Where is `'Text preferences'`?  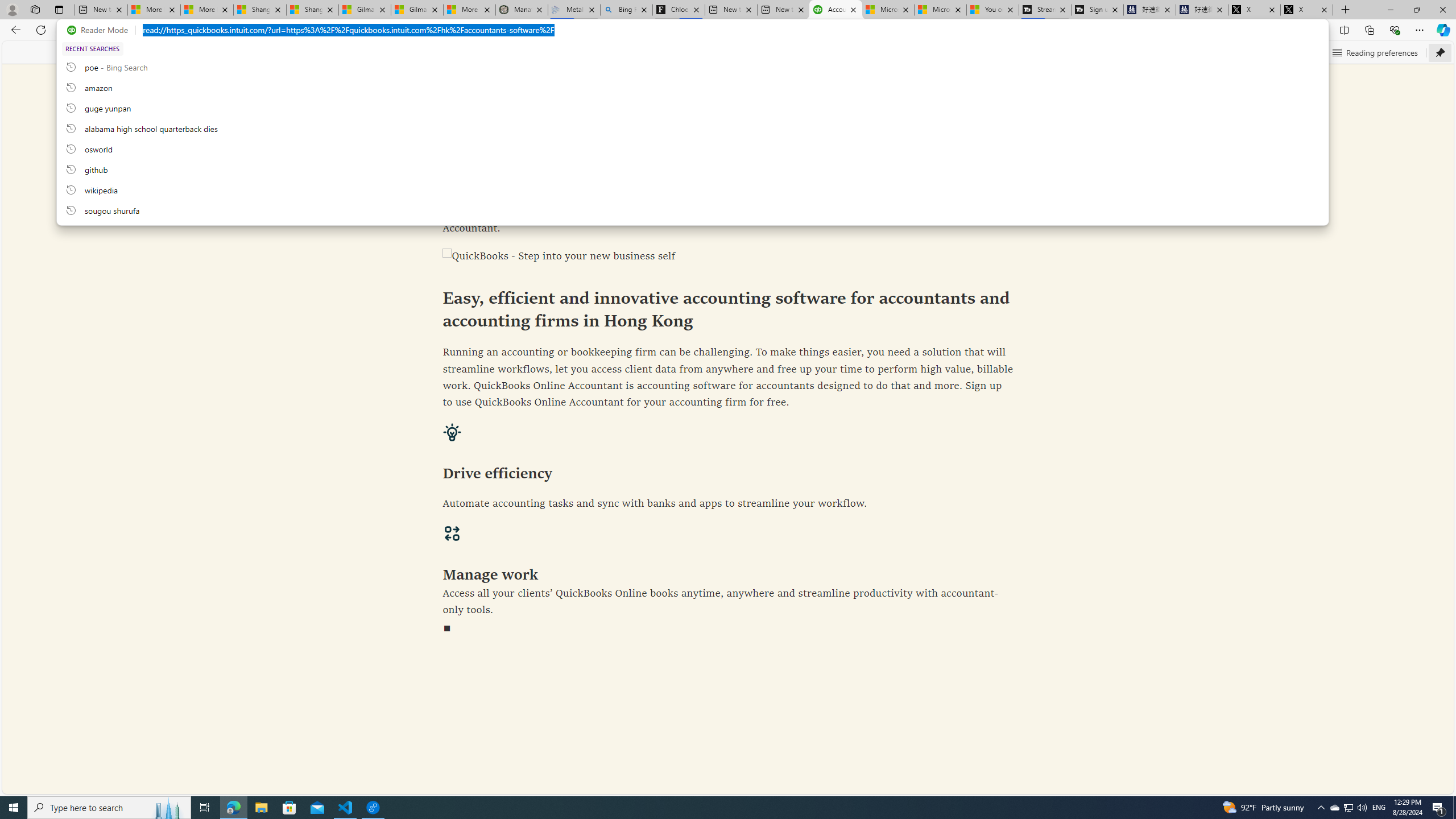 'Text preferences' is located at coordinates (1284, 52).